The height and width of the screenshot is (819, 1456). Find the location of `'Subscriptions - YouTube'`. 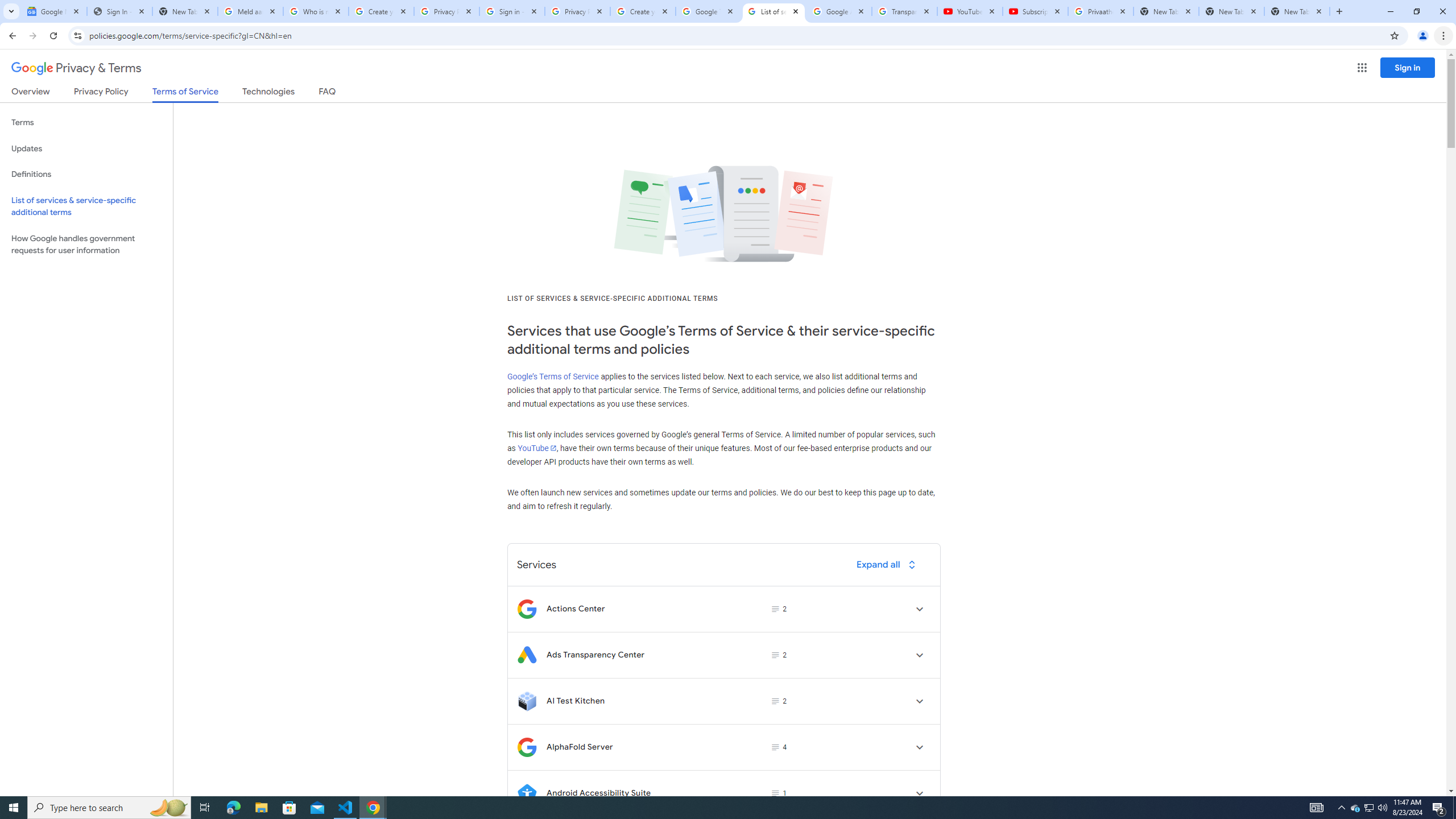

'Subscriptions - YouTube' is located at coordinates (1035, 11).